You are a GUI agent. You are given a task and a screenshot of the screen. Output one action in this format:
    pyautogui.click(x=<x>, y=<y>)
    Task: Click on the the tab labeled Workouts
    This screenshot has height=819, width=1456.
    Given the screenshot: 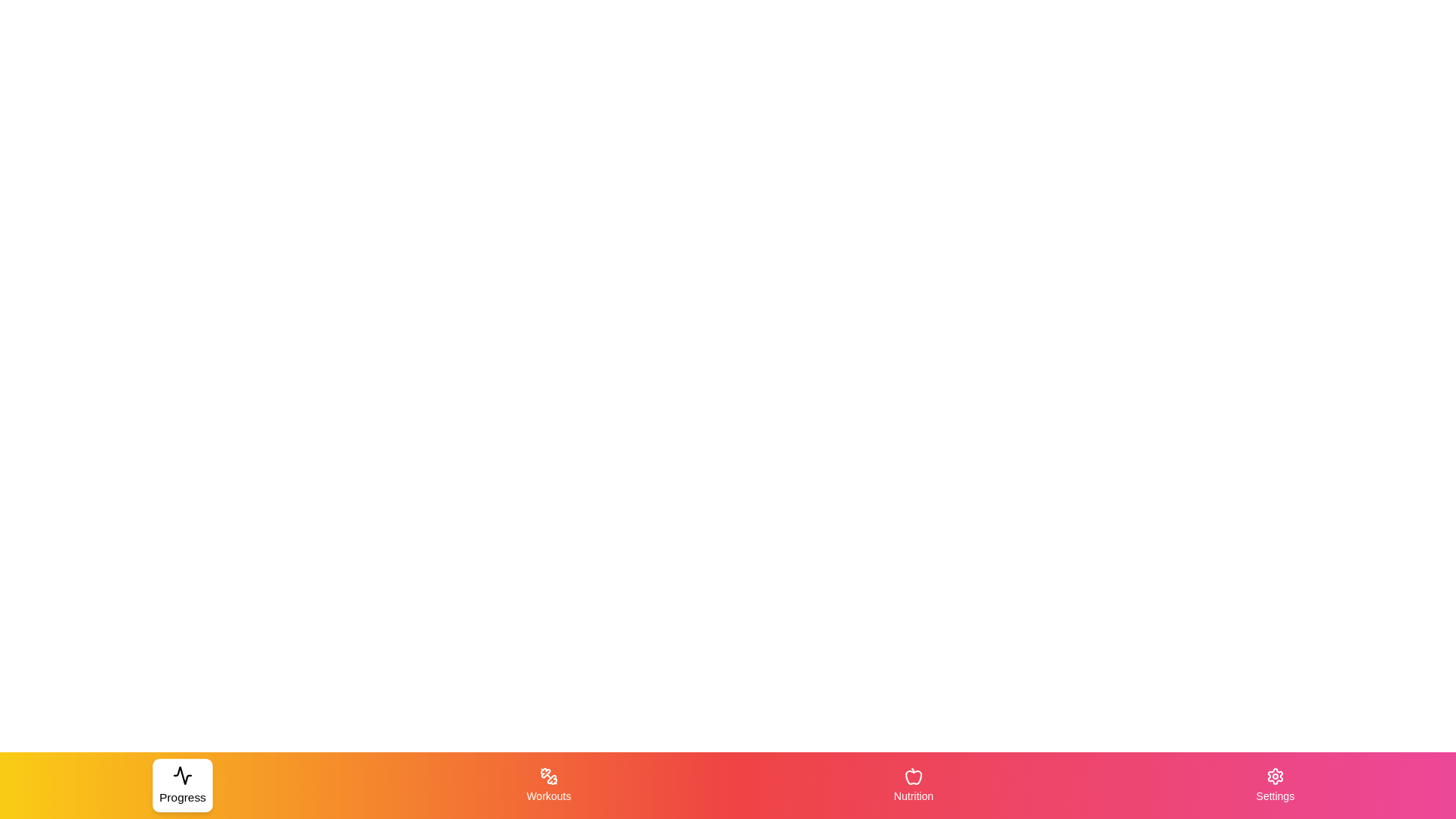 What is the action you would take?
    pyautogui.click(x=548, y=785)
    